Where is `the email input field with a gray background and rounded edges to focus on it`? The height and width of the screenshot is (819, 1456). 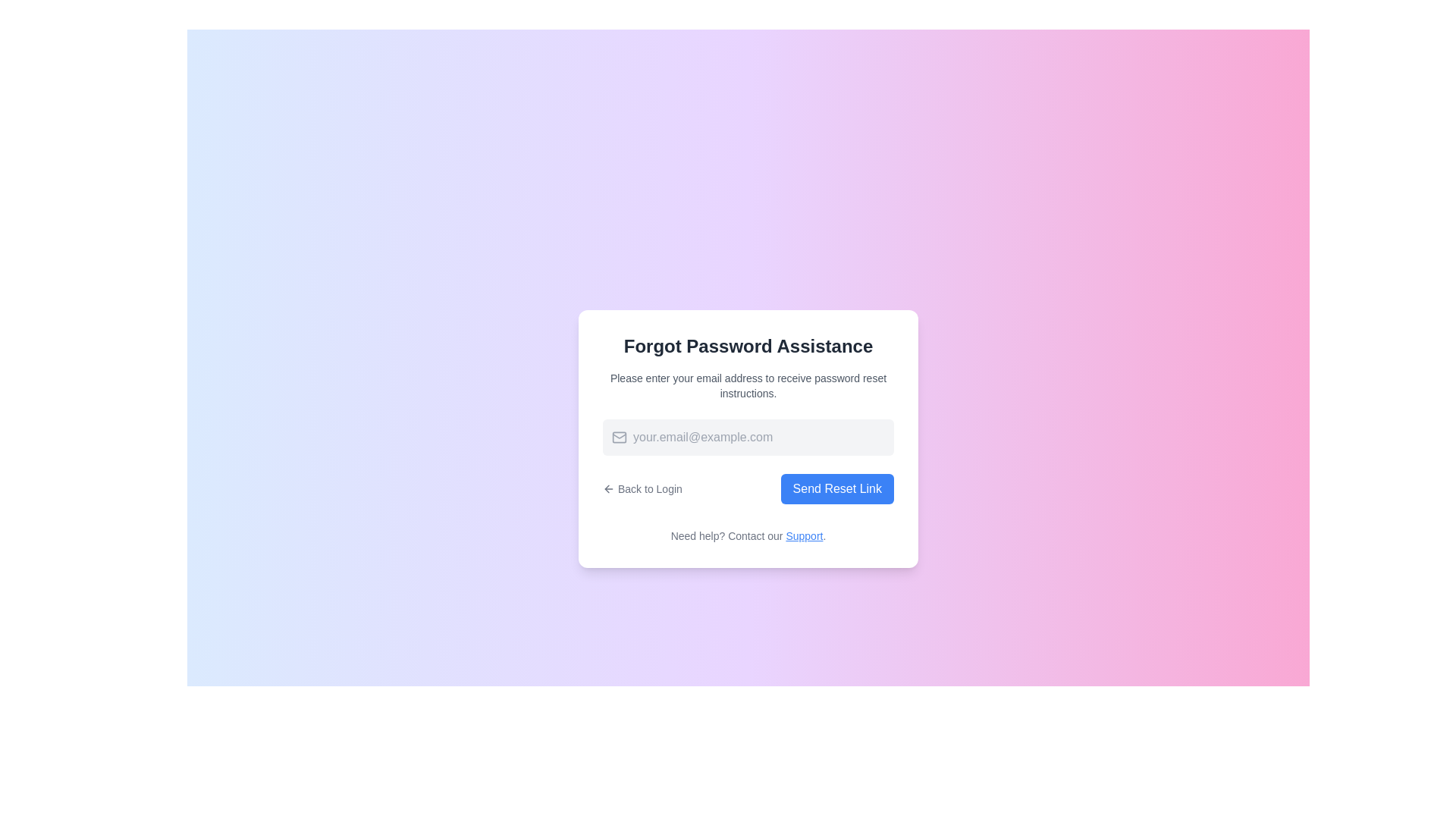
the email input field with a gray background and rounded edges to focus on it is located at coordinates (748, 438).